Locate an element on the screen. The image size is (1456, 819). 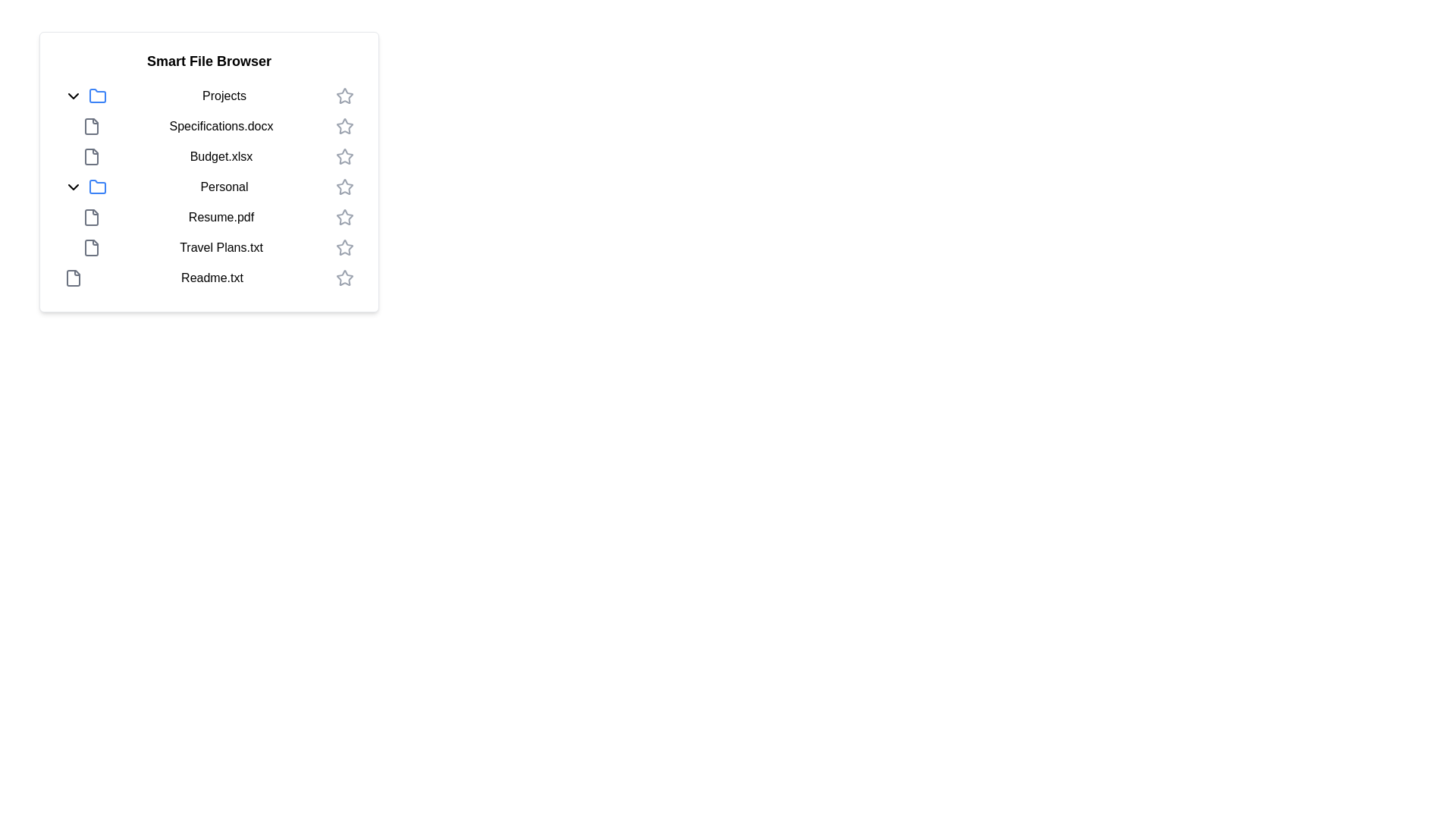
the collapsible menu item labeled 'Projects' in the vertical navigation system is located at coordinates (208, 96).